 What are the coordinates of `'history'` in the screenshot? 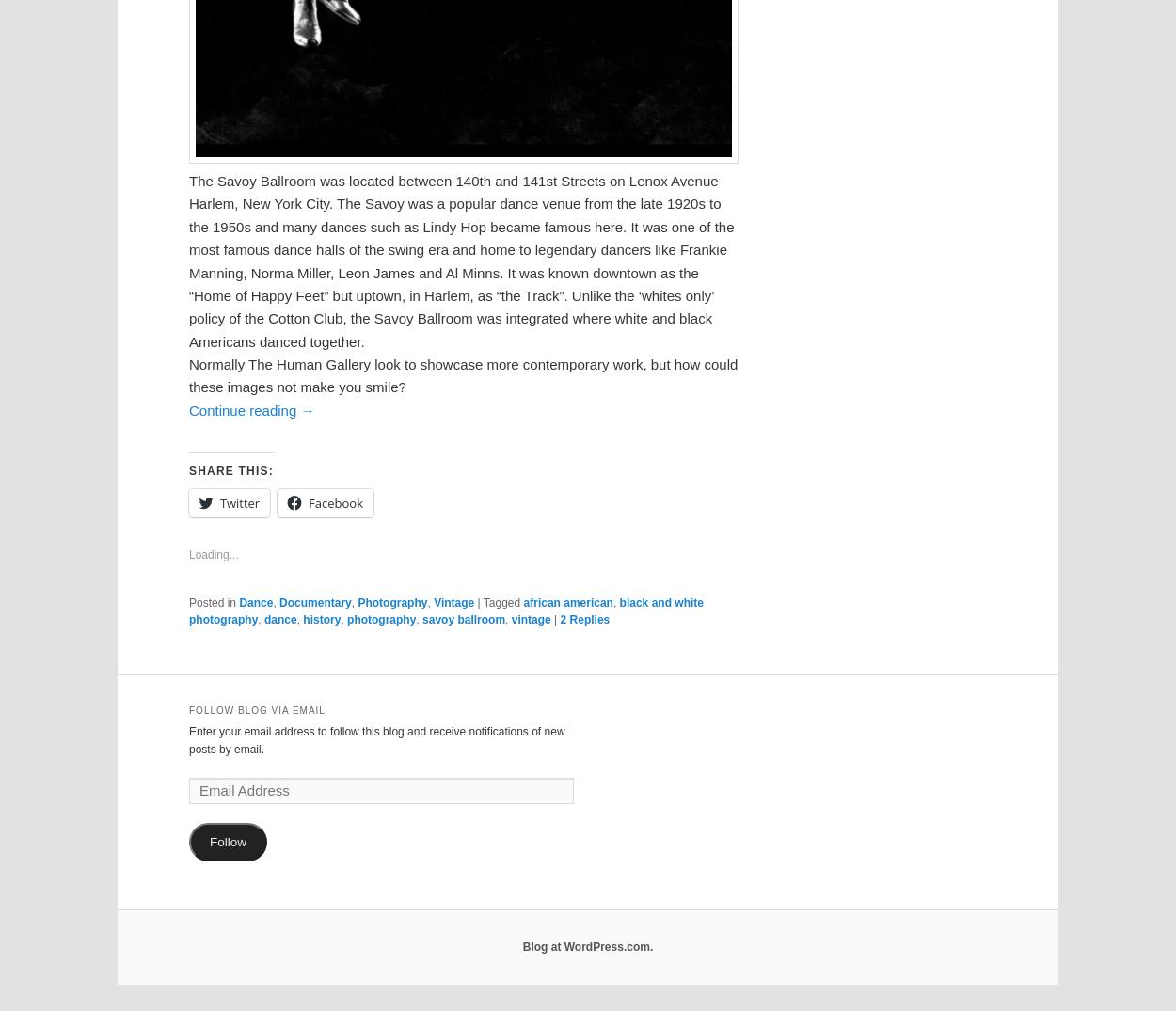 It's located at (321, 619).